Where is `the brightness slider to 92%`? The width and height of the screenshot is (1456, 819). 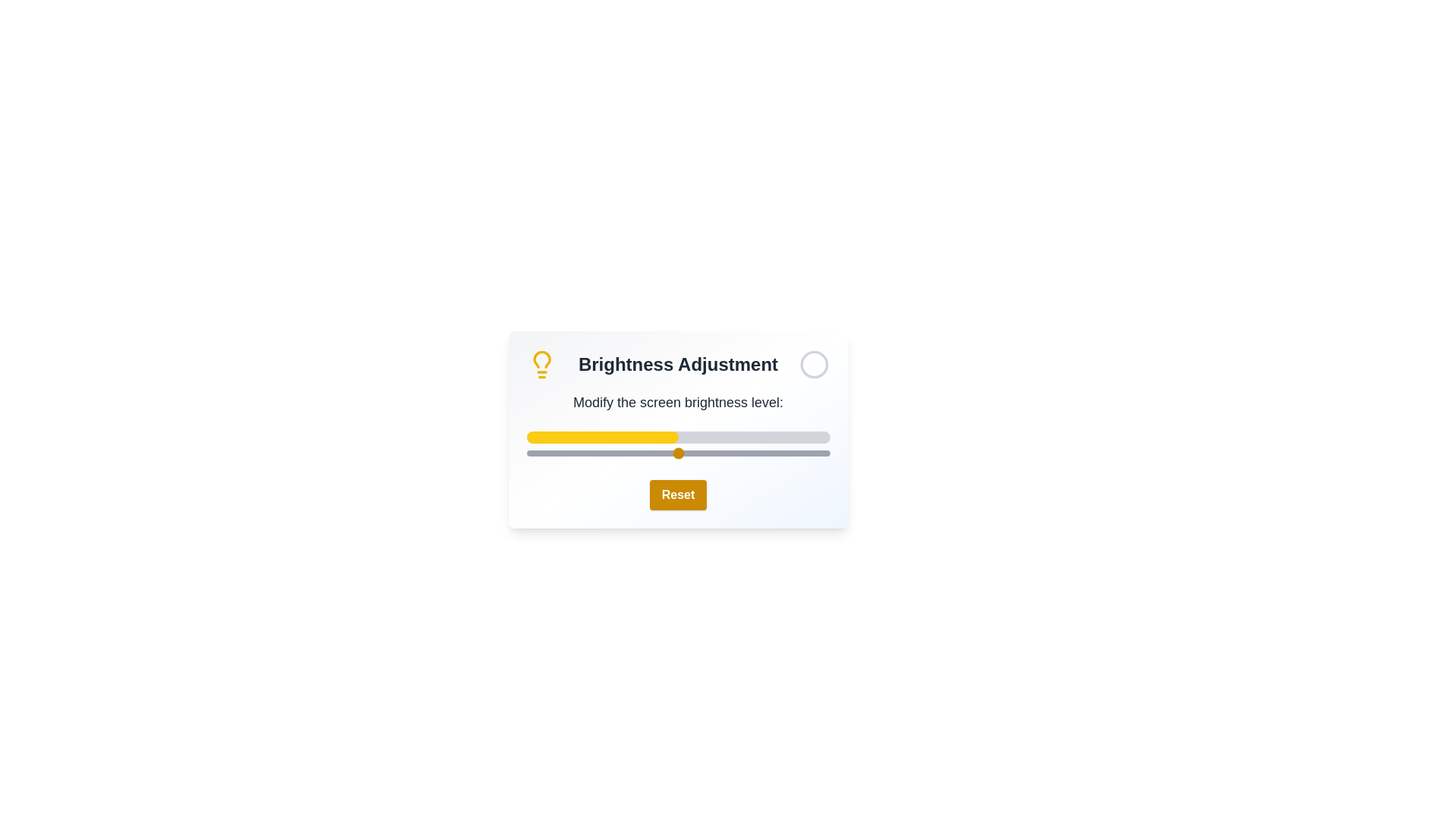
the brightness slider to 92% is located at coordinates (805, 452).